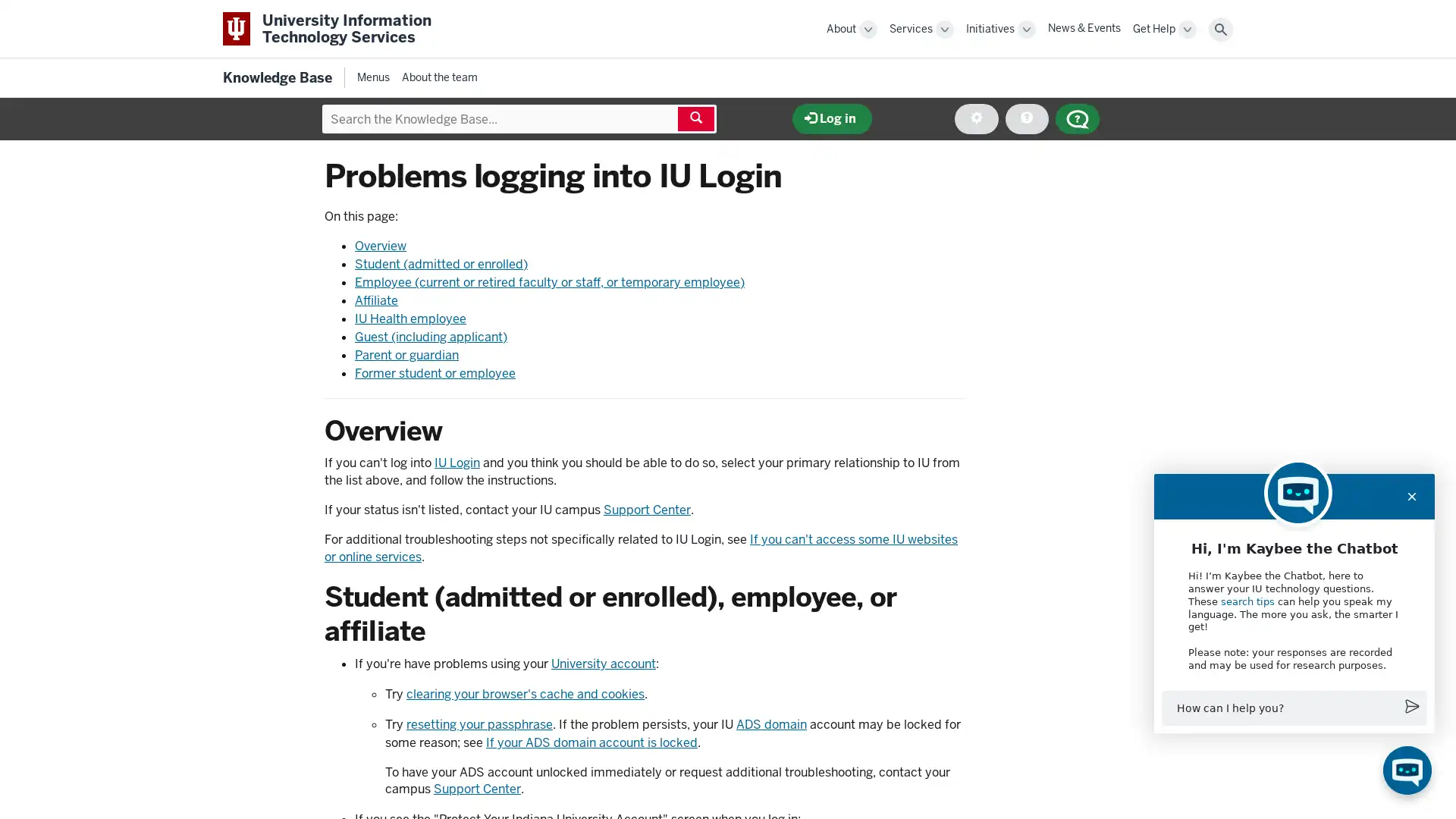  I want to click on Toggle Initiatives navigation, so click(1026, 29).